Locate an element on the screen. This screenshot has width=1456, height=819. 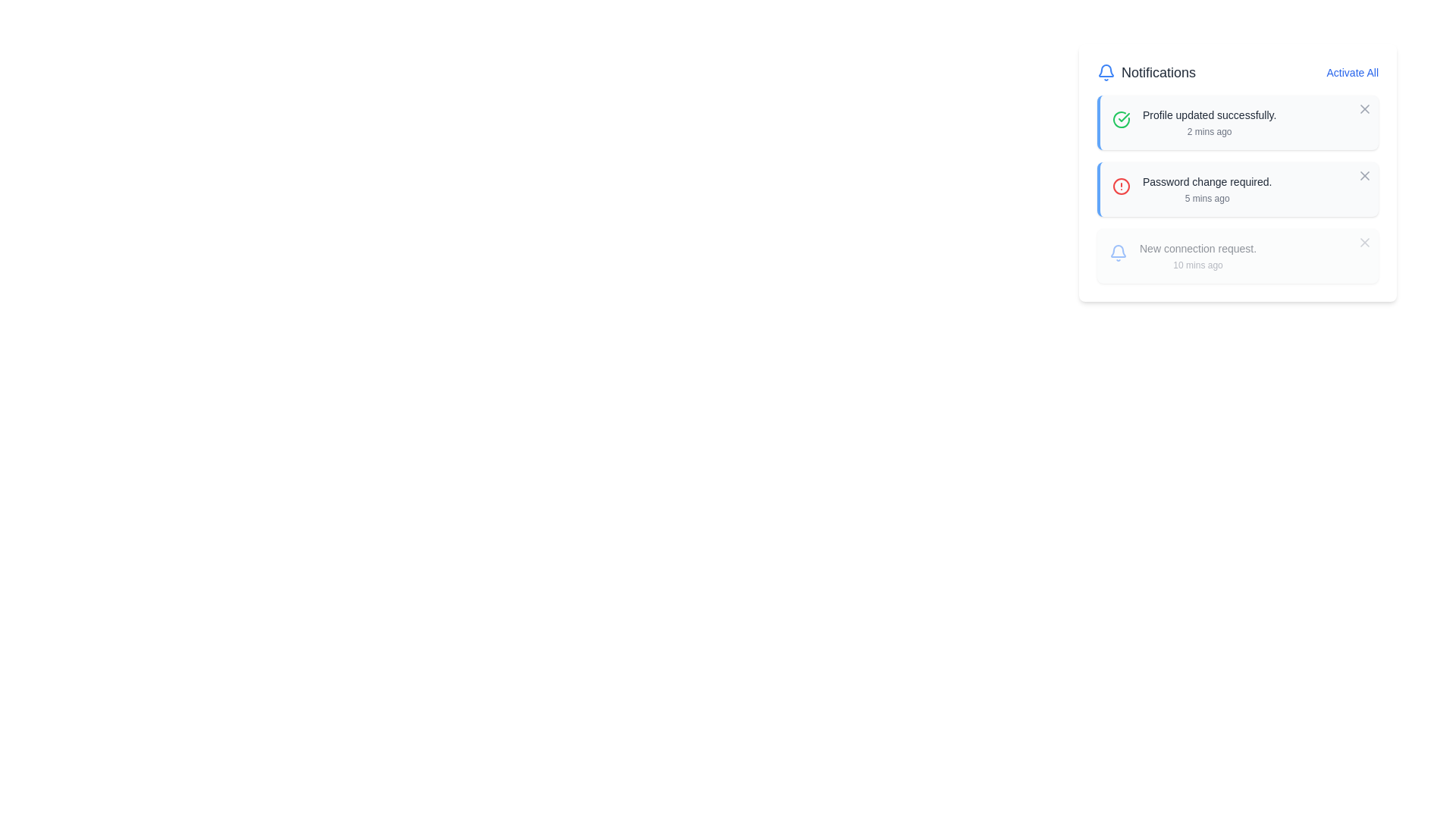
the close button located inside the bell-shaped notification panel next to the 'Password change required' notification is located at coordinates (1365, 174).